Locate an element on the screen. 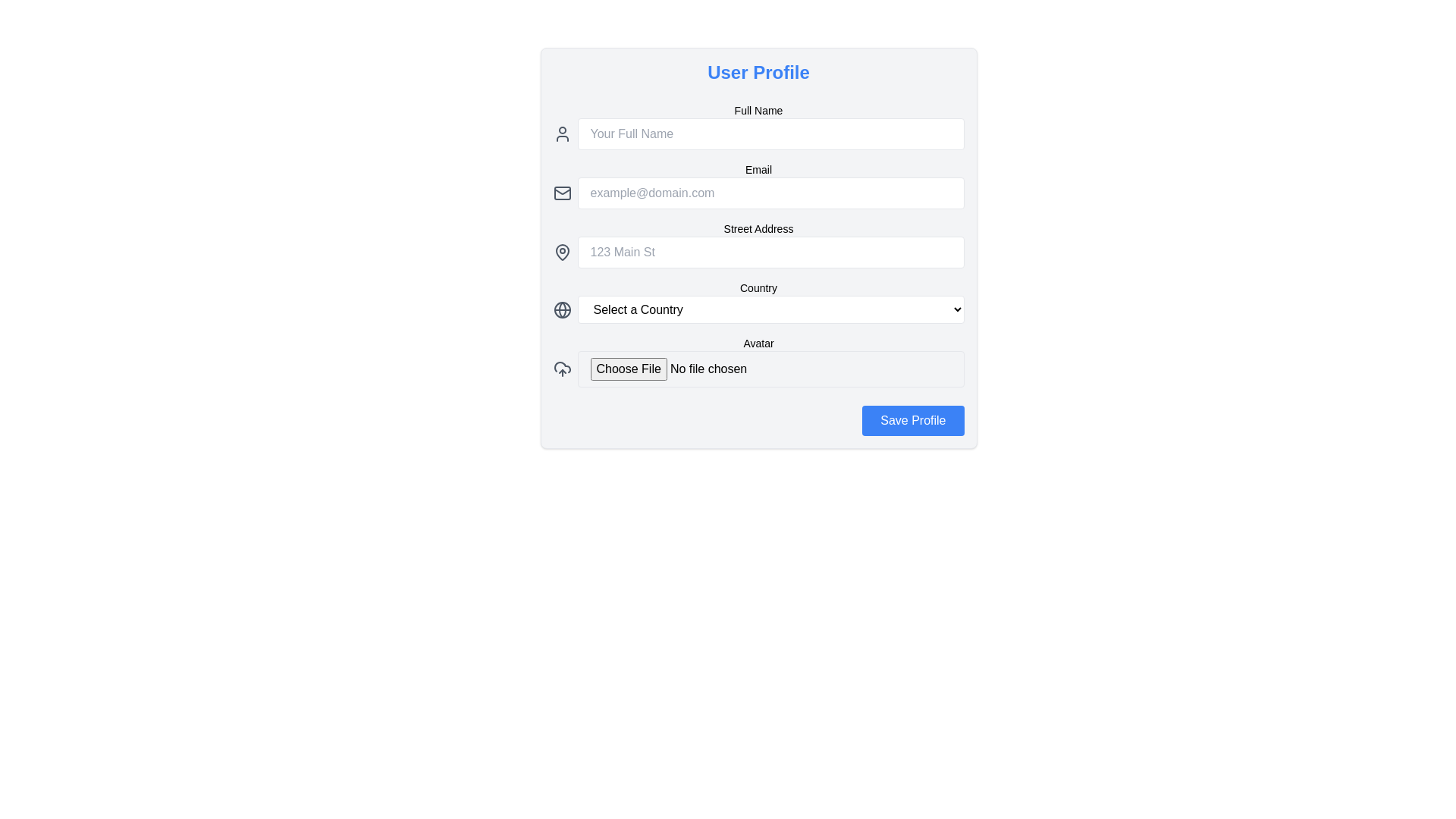 Image resolution: width=1456 pixels, height=819 pixels. the 'Save Profile' button is located at coordinates (912, 421).